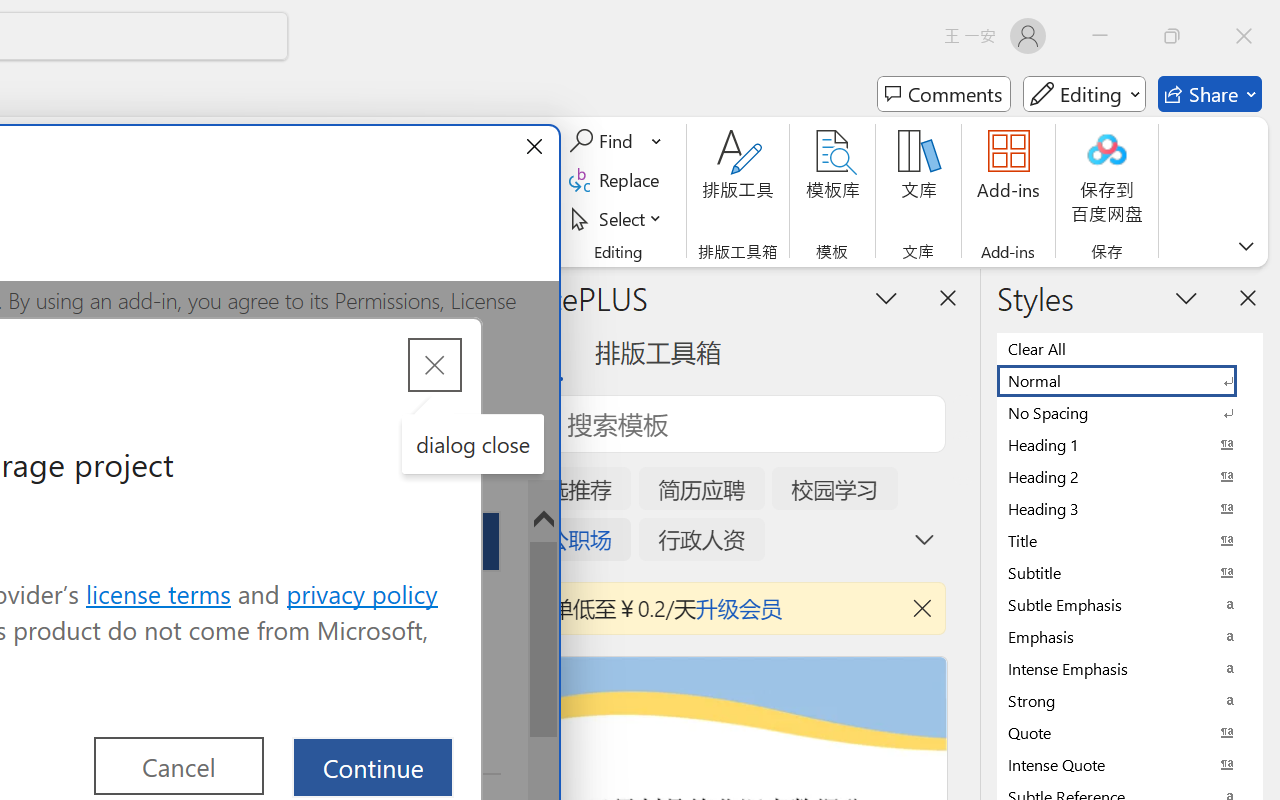 The width and height of the screenshot is (1280, 800). What do you see at coordinates (1130, 443) in the screenshot?
I see `'Heading 1'` at bounding box center [1130, 443].